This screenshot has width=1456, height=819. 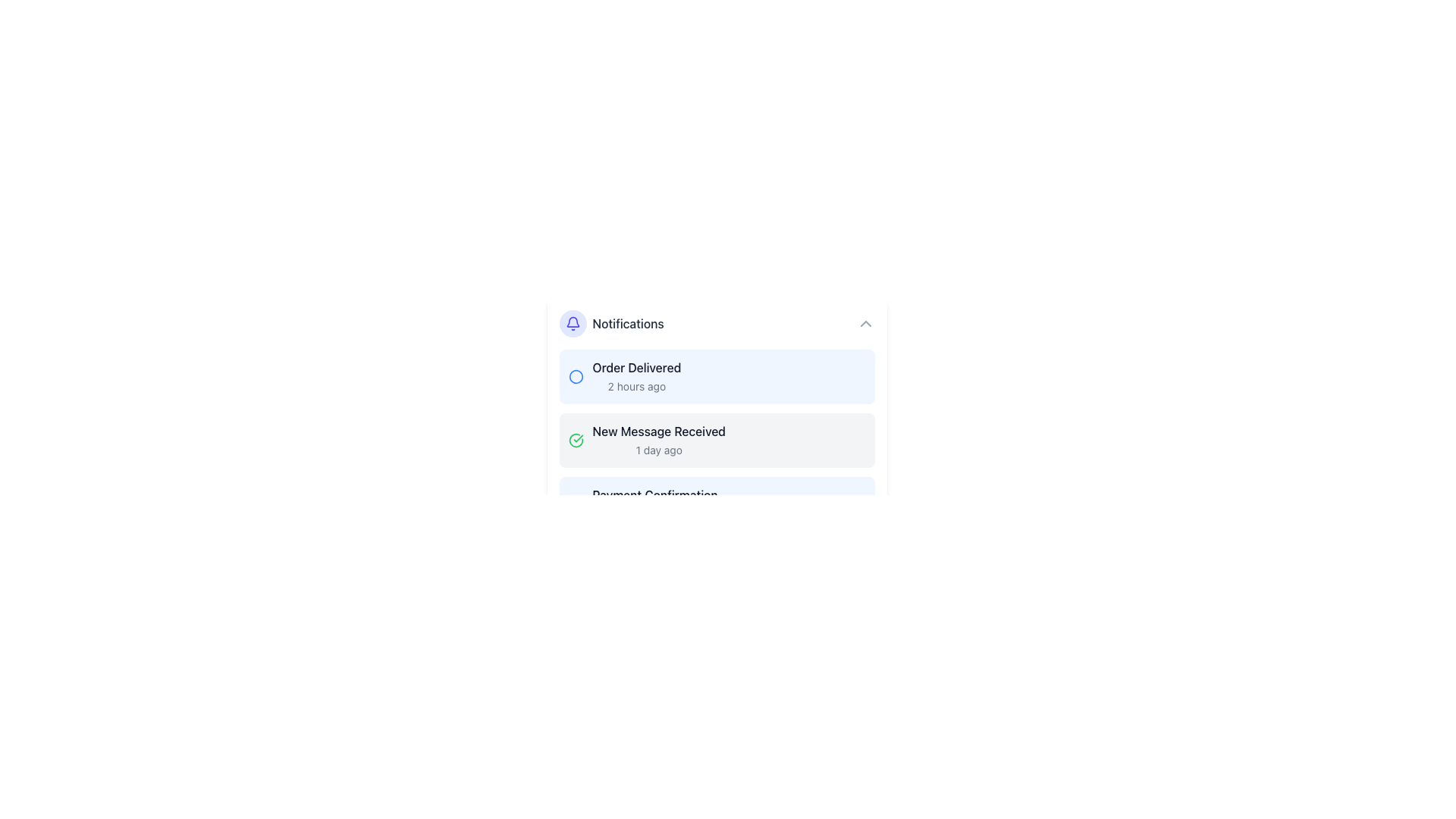 What do you see at coordinates (575, 376) in the screenshot?
I see `the small circular shape with a blue stroke, part of the 'Order Delivered' notification icon, located on the left-hand side of the notification item` at bounding box center [575, 376].